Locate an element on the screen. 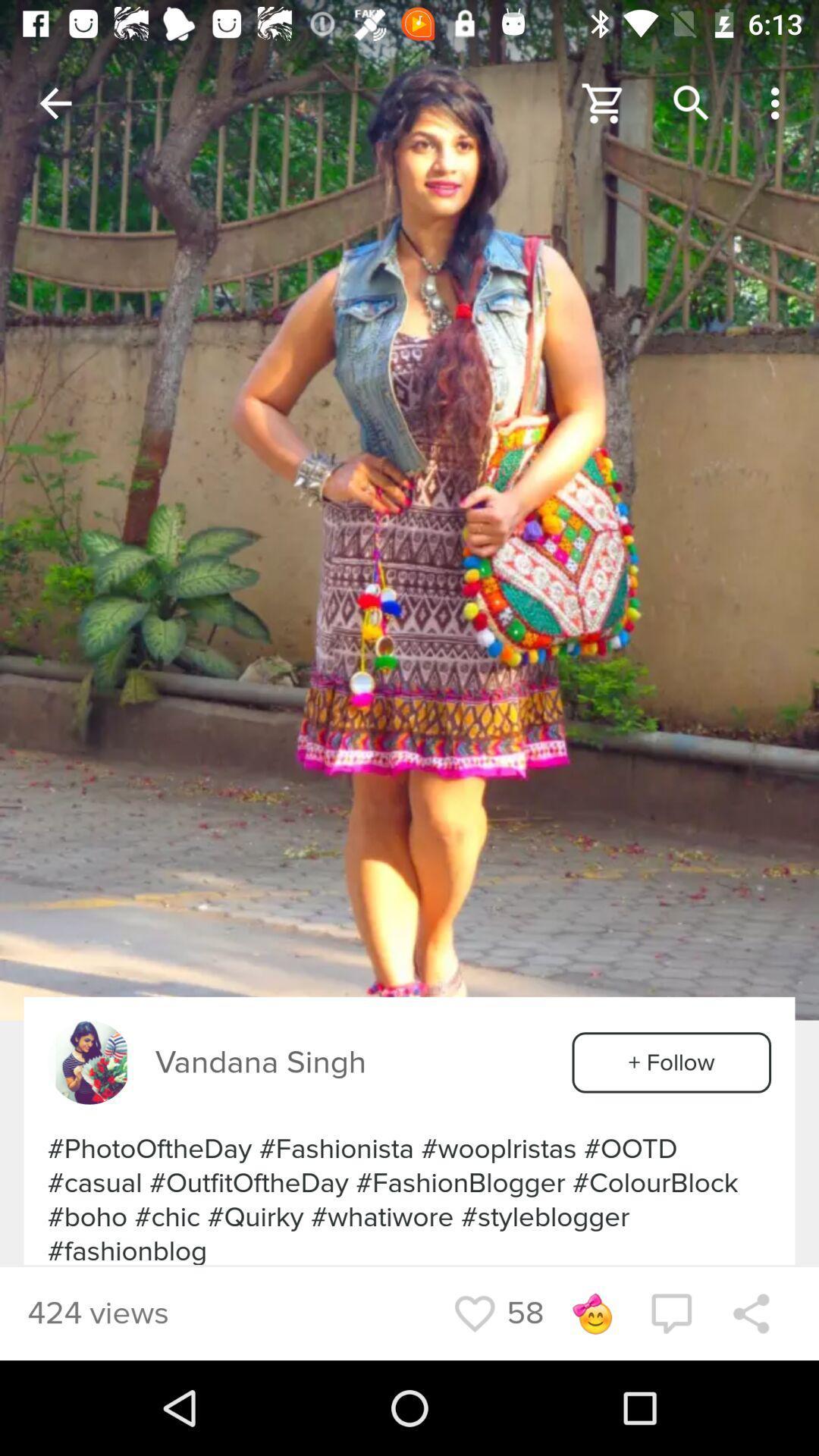  click the like option is located at coordinates (474, 1313).